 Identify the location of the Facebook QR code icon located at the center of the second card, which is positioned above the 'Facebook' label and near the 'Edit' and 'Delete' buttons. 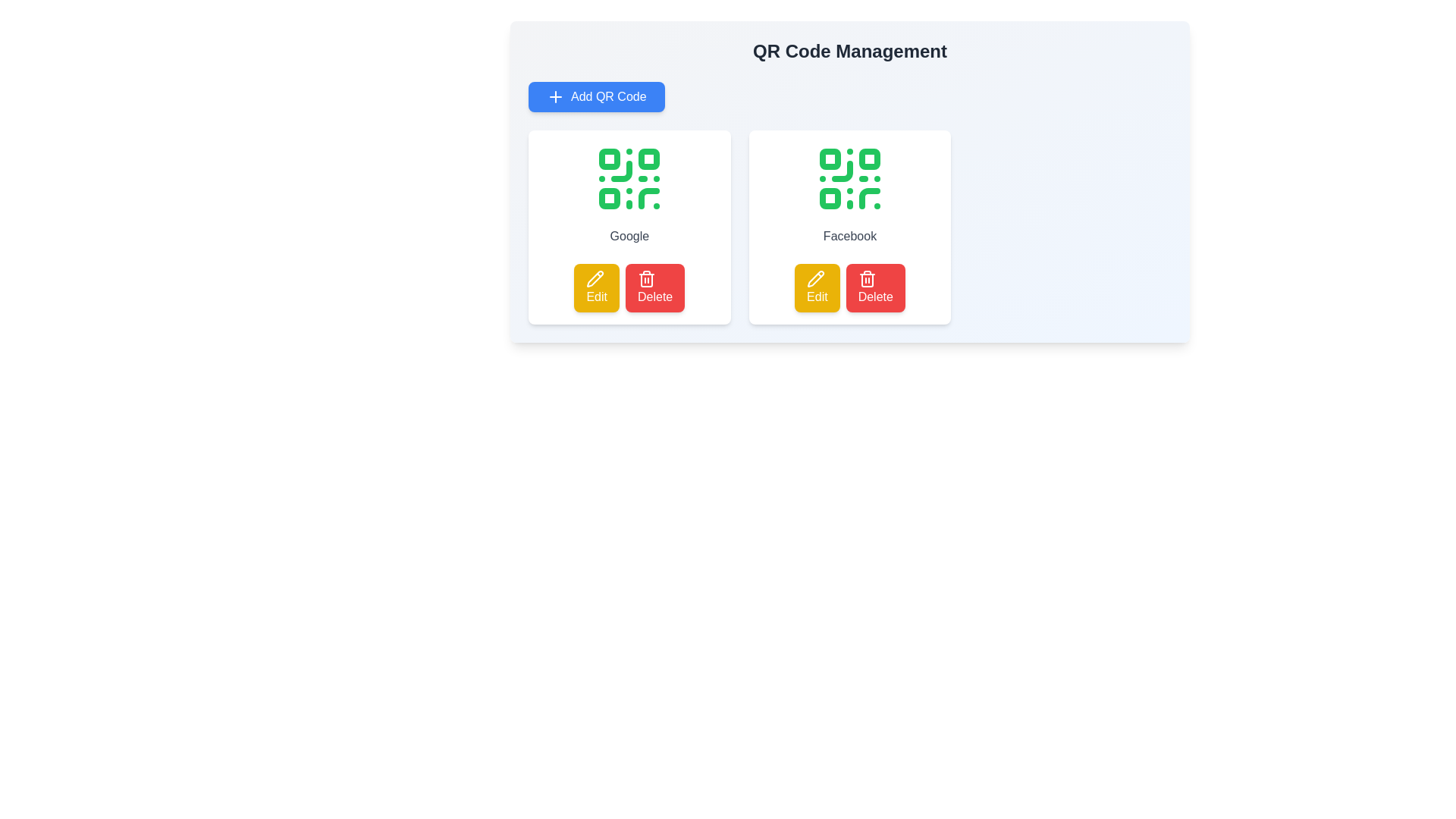
(849, 177).